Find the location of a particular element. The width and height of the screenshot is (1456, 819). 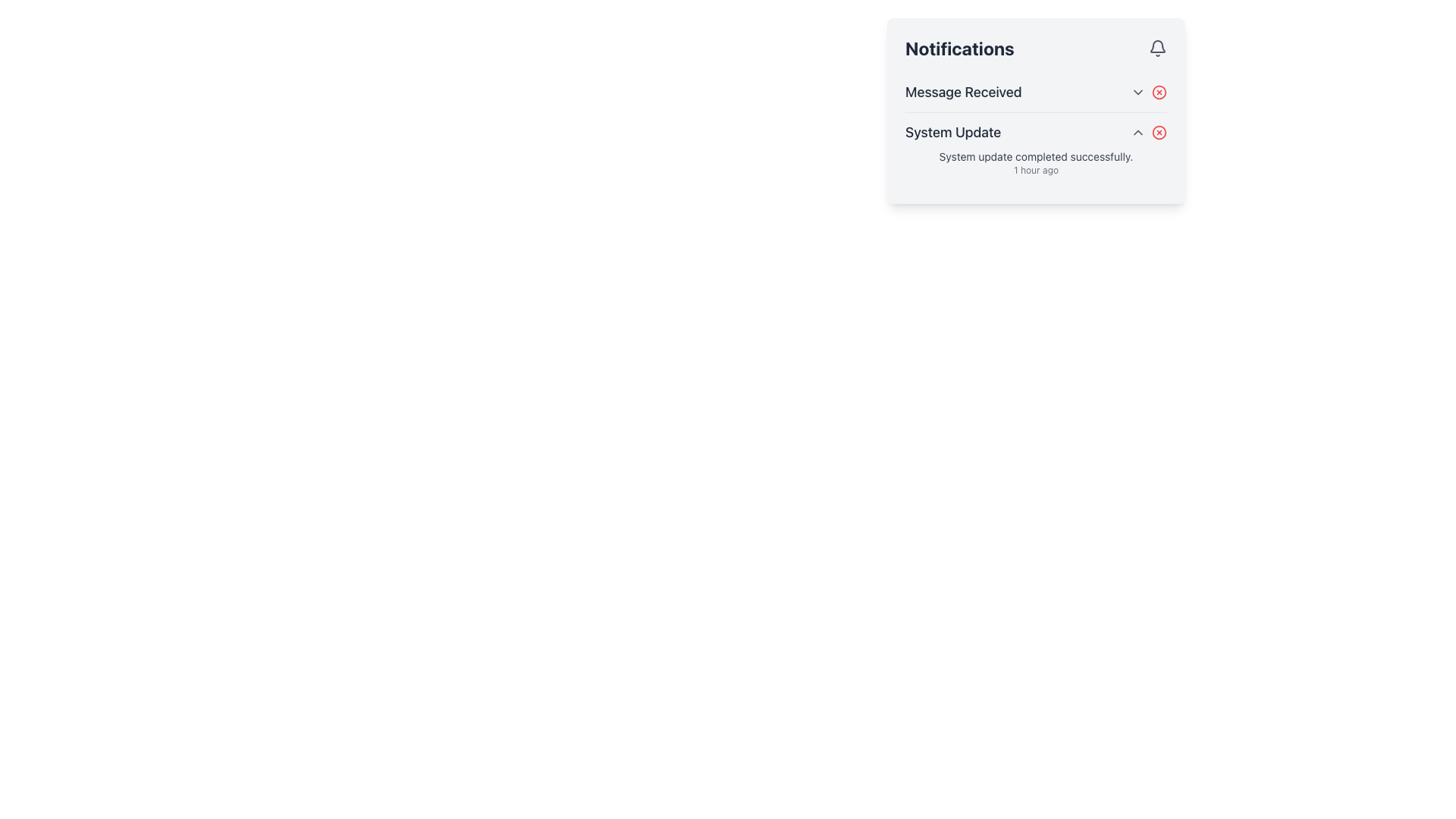

the Text Label that indicates a received message within the notification card's header area, located at the top-left portion of the card is located at coordinates (962, 93).